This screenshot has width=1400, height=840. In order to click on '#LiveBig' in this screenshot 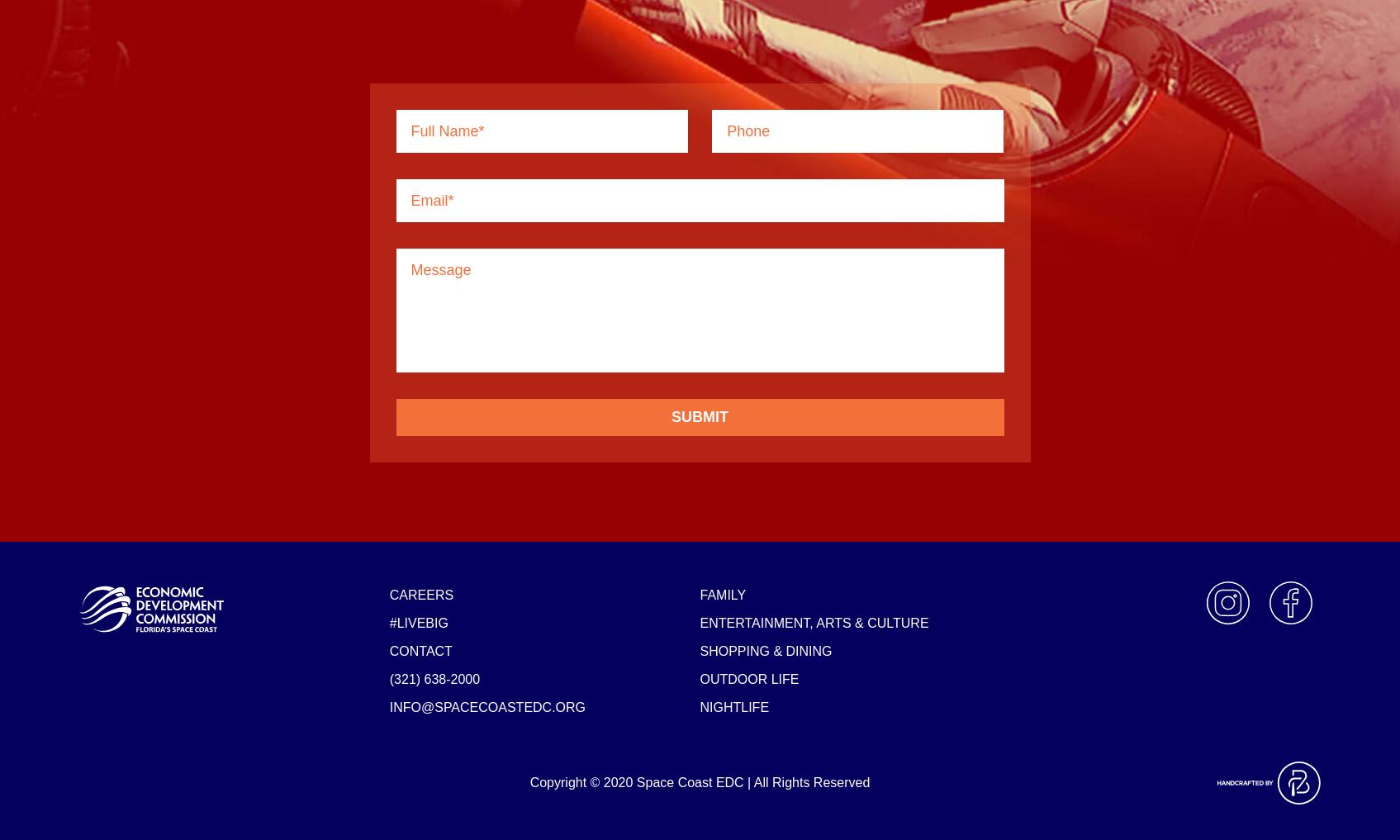, I will do `click(417, 622)`.